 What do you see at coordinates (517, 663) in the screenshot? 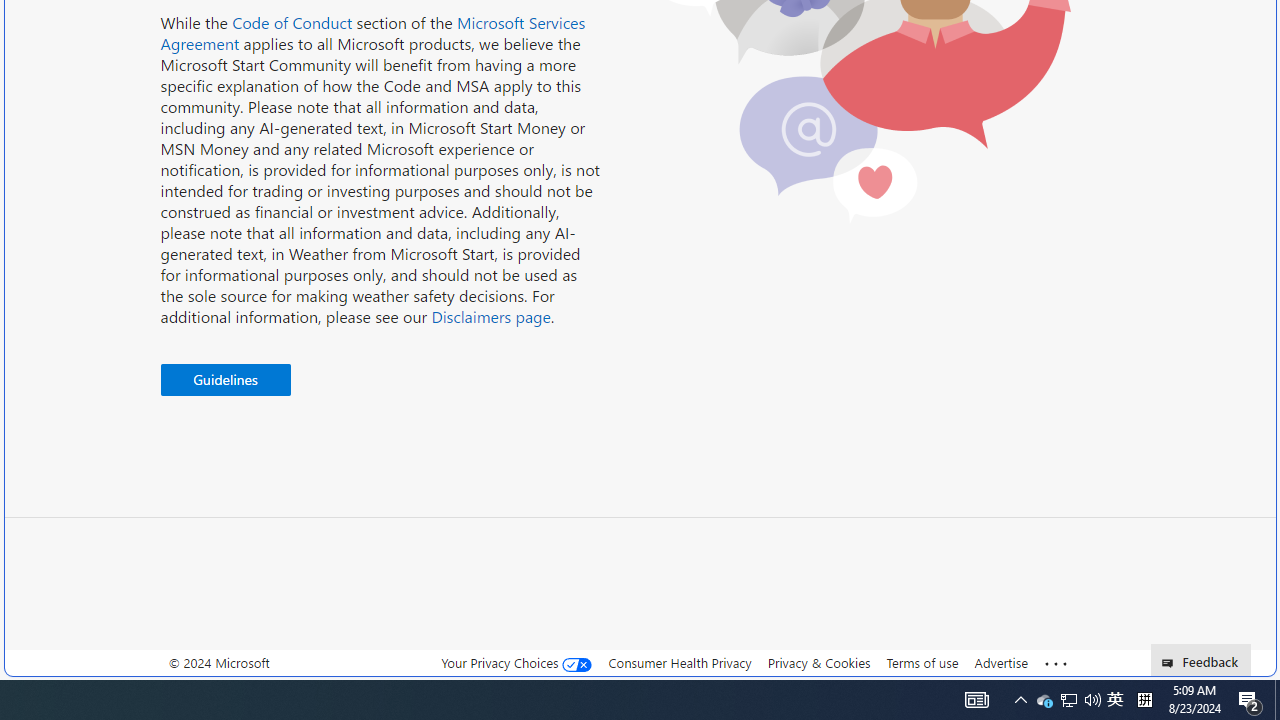
I see `'Your Privacy Choices'` at bounding box center [517, 663].